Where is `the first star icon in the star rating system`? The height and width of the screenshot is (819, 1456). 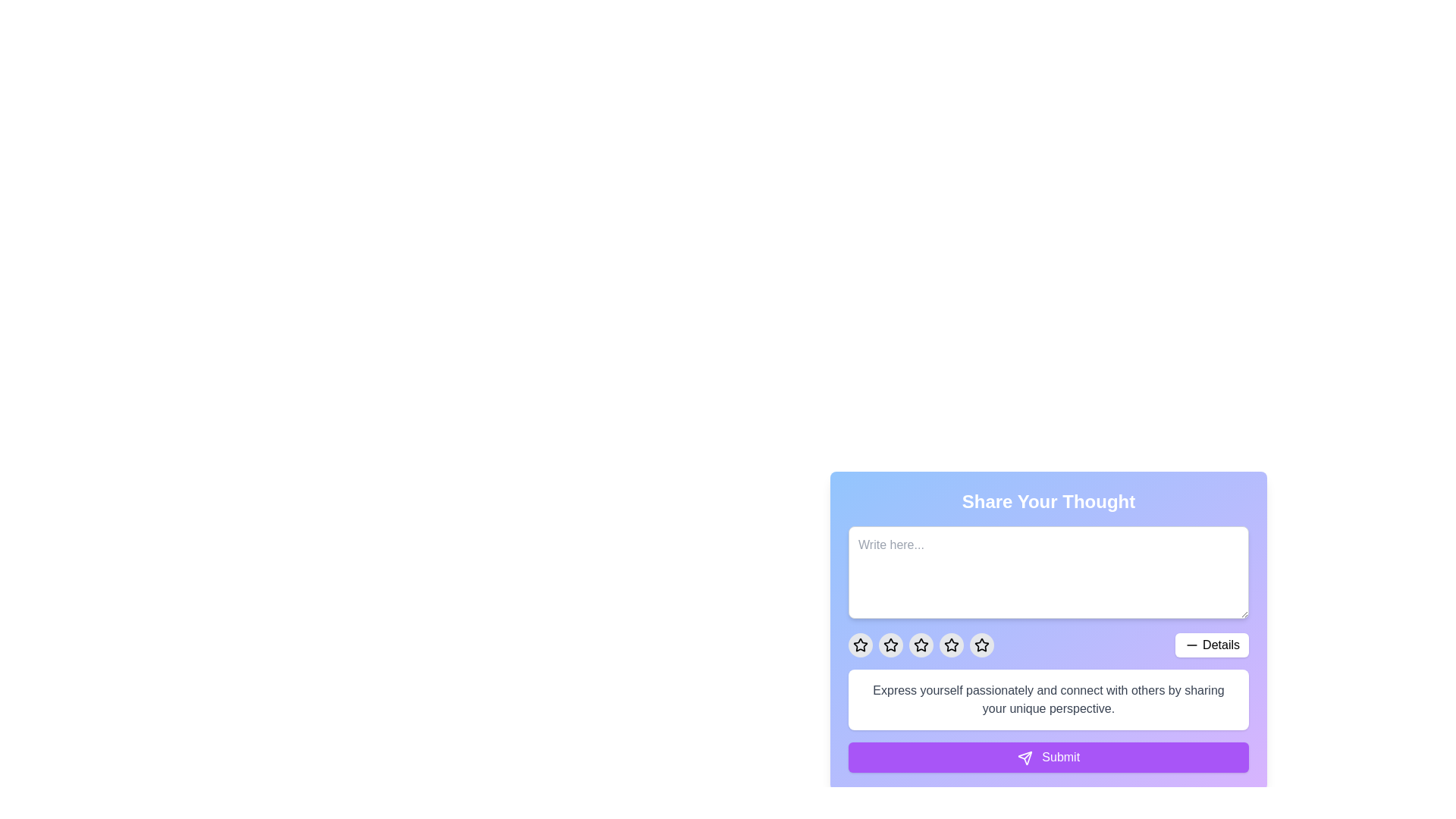 the first star icon in the star rating system is located at coordinates (860, 645).